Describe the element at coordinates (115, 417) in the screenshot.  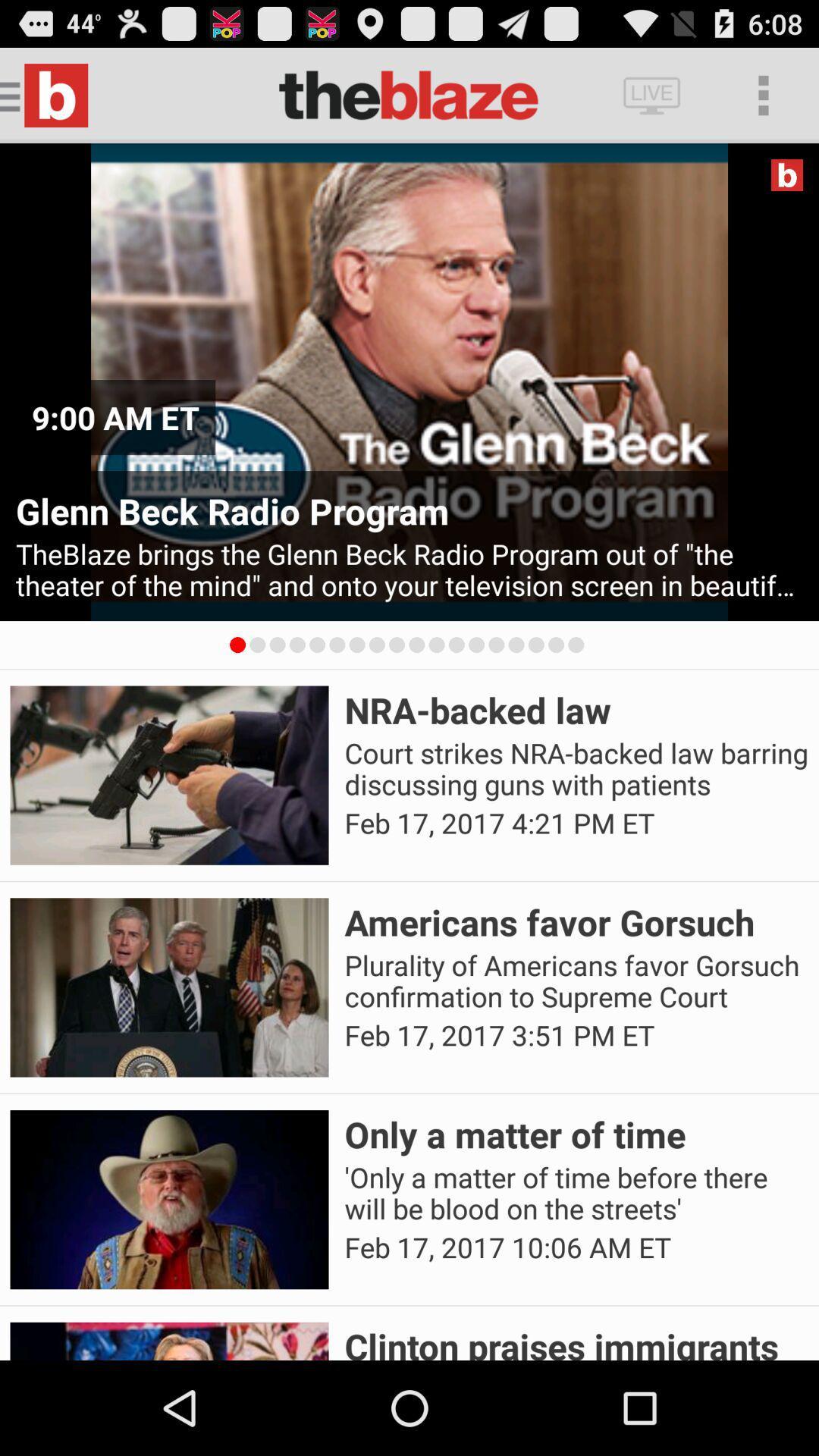
I see `9 00 am icon` at that location.